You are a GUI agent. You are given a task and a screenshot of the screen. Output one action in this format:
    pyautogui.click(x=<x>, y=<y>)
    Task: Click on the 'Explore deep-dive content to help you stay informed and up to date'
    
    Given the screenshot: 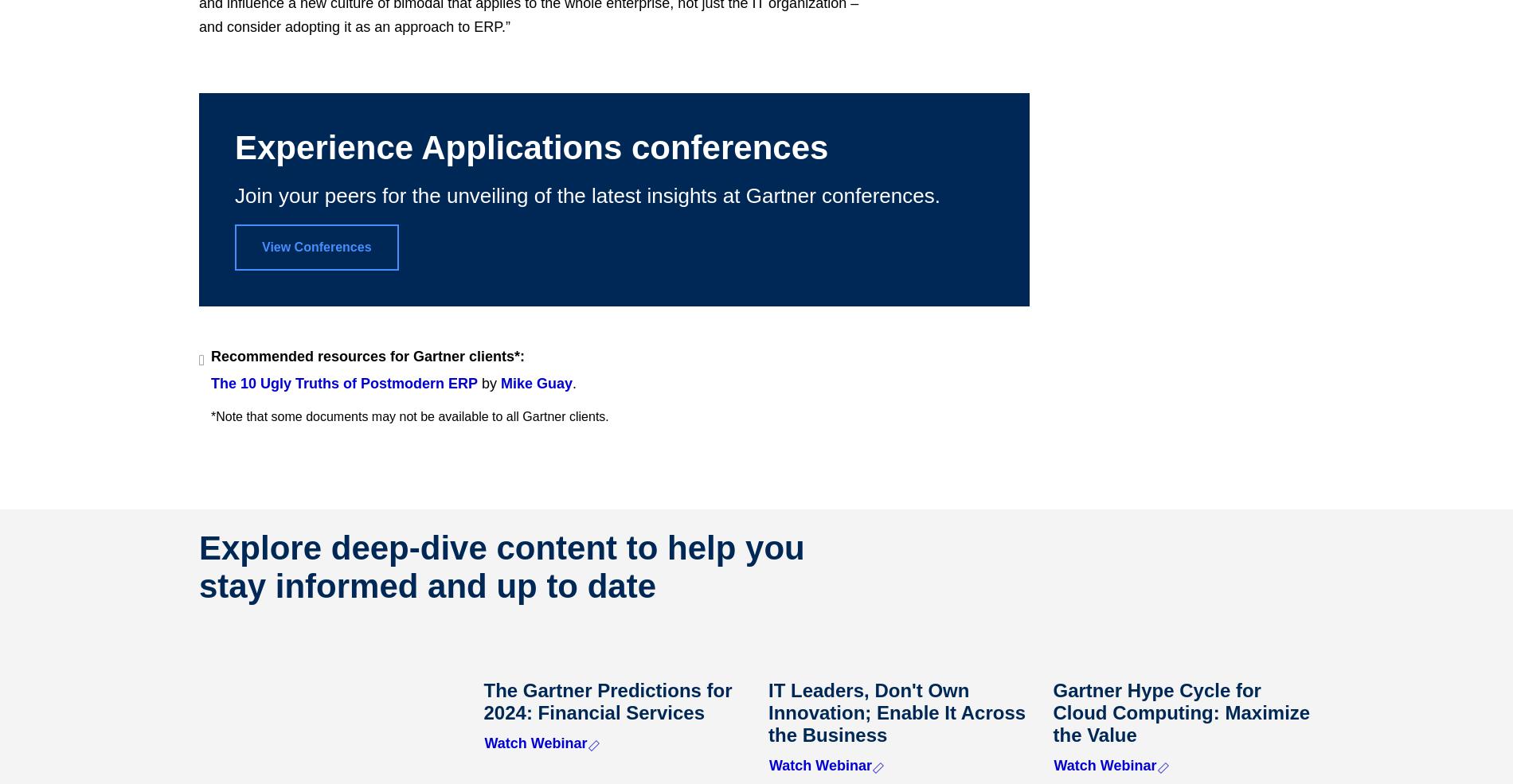 What is the action you would take?
    pyautogui.click(x=198, y=567)
    